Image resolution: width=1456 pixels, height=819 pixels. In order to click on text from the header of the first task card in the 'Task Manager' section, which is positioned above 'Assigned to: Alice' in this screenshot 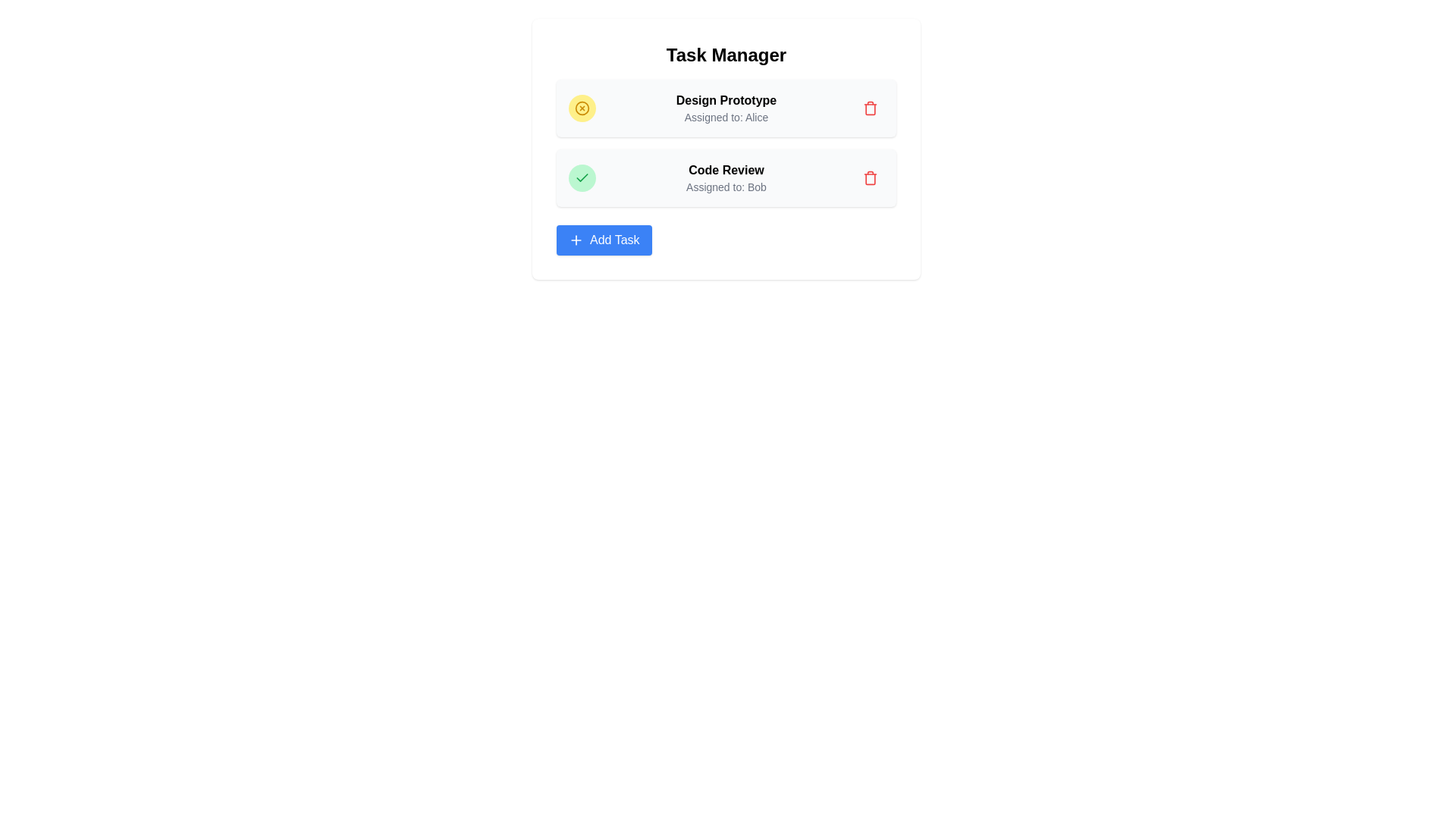, I will do `click(726, 100)`.